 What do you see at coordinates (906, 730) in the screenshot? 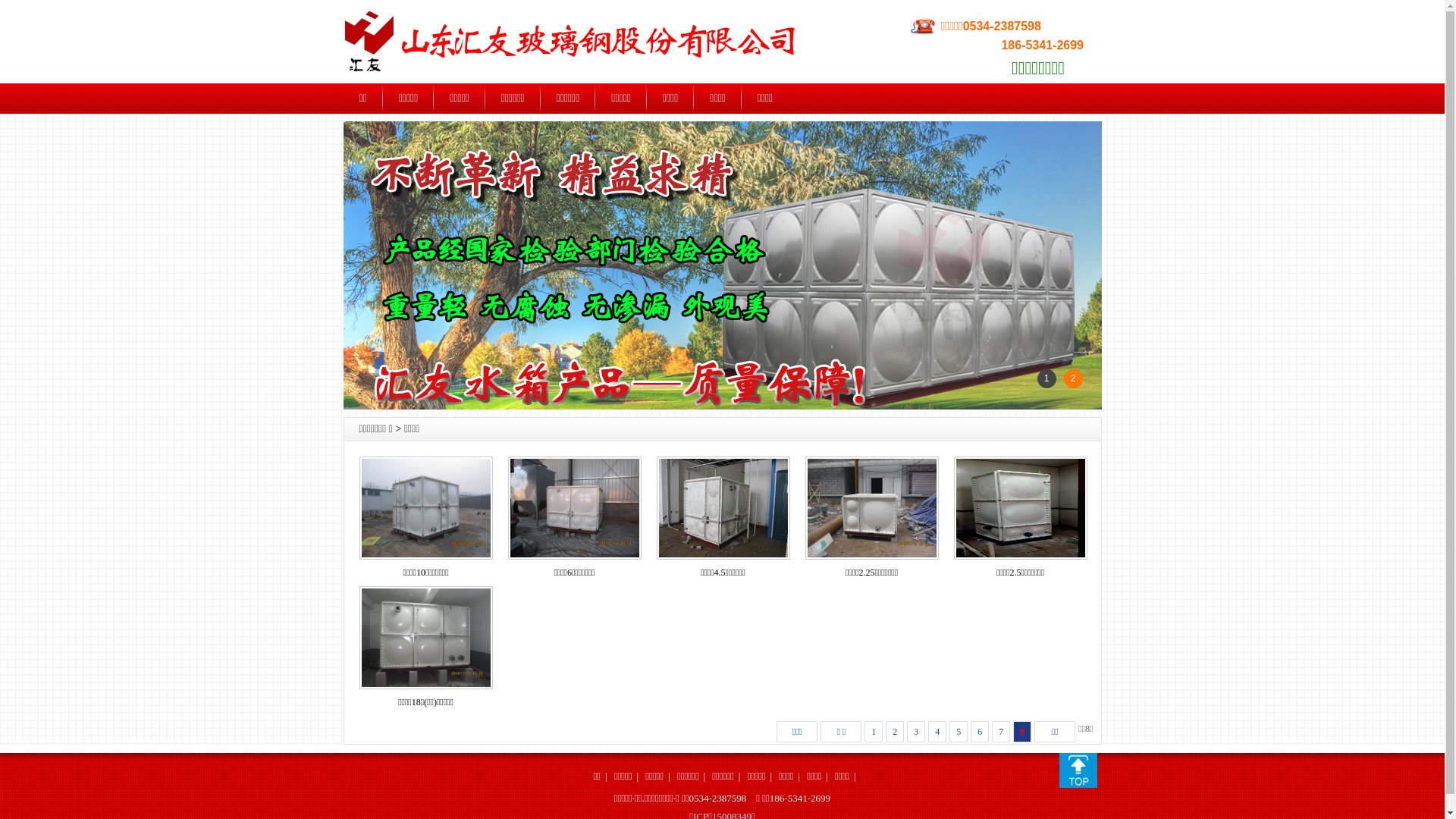
I see `'3'` at bounding box center [906, 730].